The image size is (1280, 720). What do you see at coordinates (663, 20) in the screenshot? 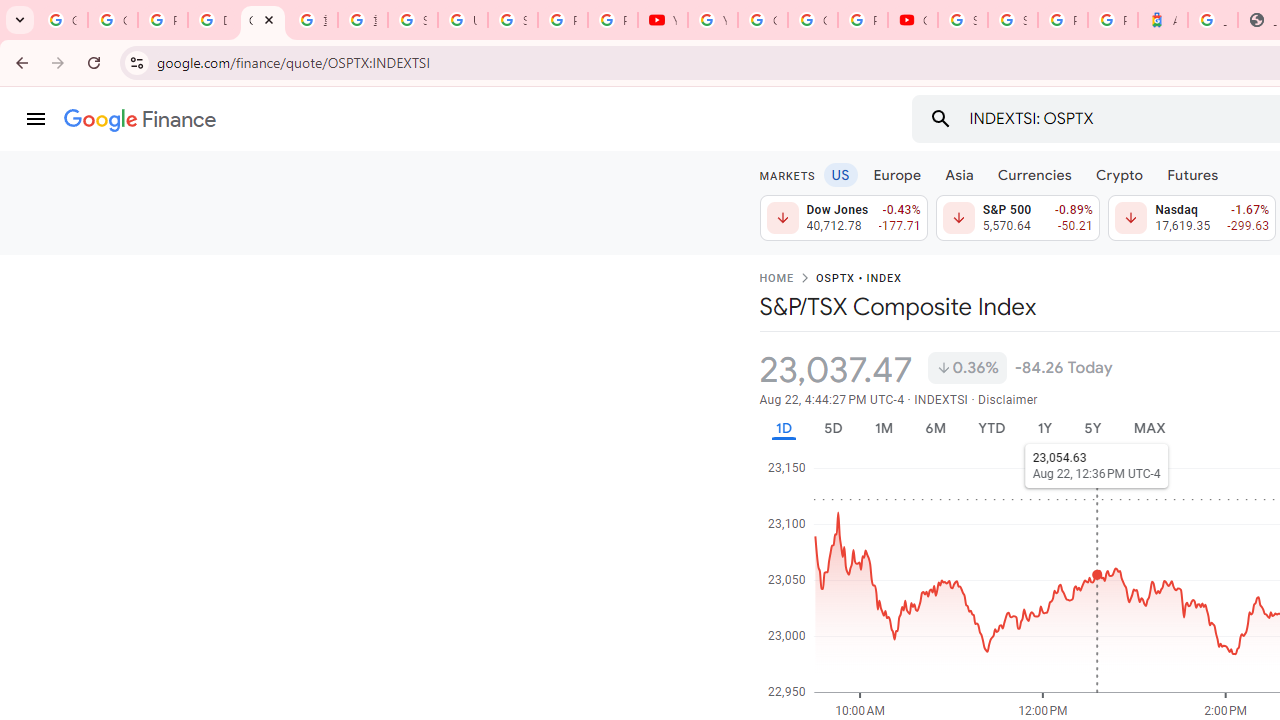
I see `'YouTube'` at bounding box center [663, 20].